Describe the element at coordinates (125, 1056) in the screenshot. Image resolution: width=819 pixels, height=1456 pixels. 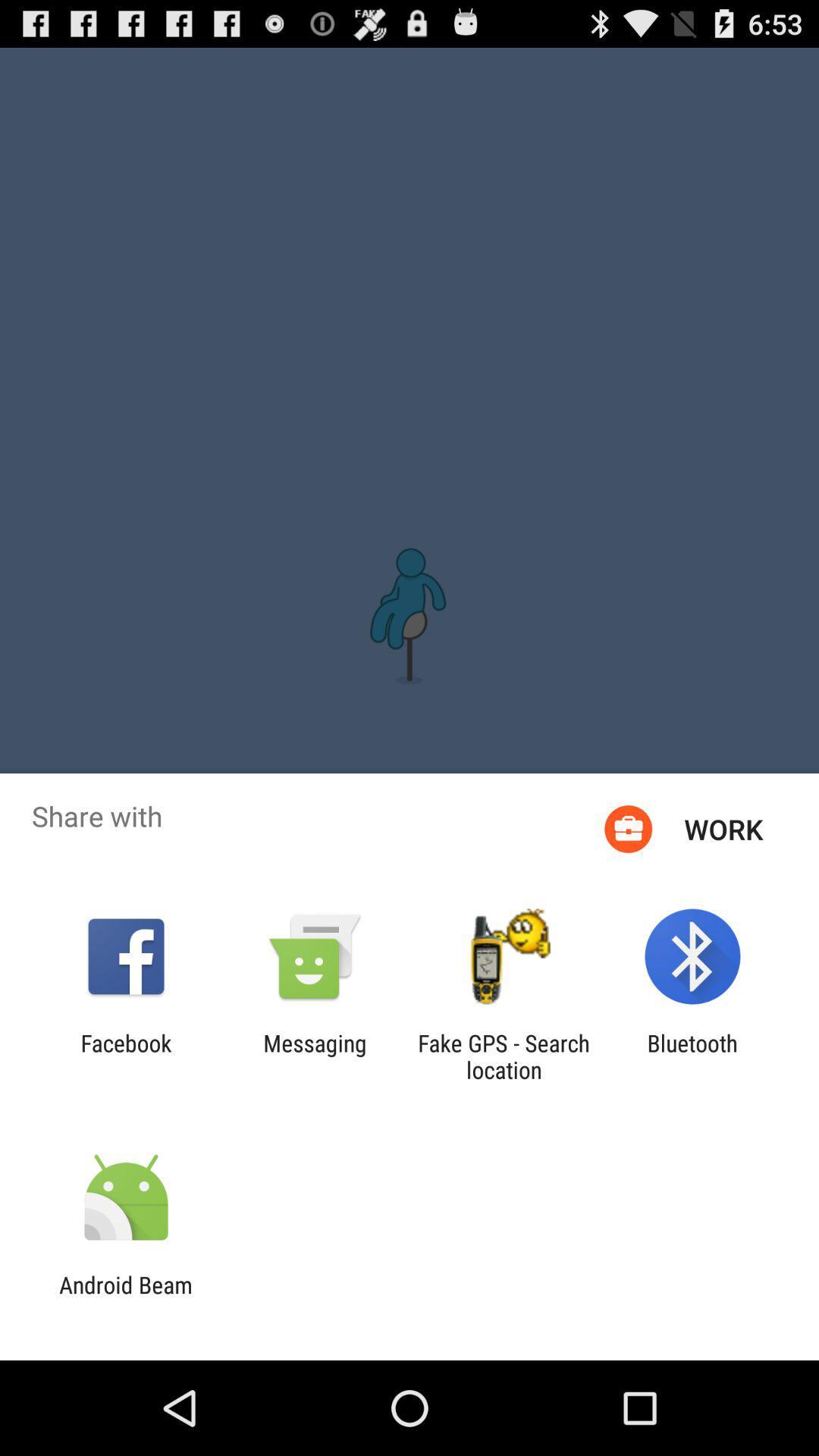
I see `the icon next to the messaging` at that location.